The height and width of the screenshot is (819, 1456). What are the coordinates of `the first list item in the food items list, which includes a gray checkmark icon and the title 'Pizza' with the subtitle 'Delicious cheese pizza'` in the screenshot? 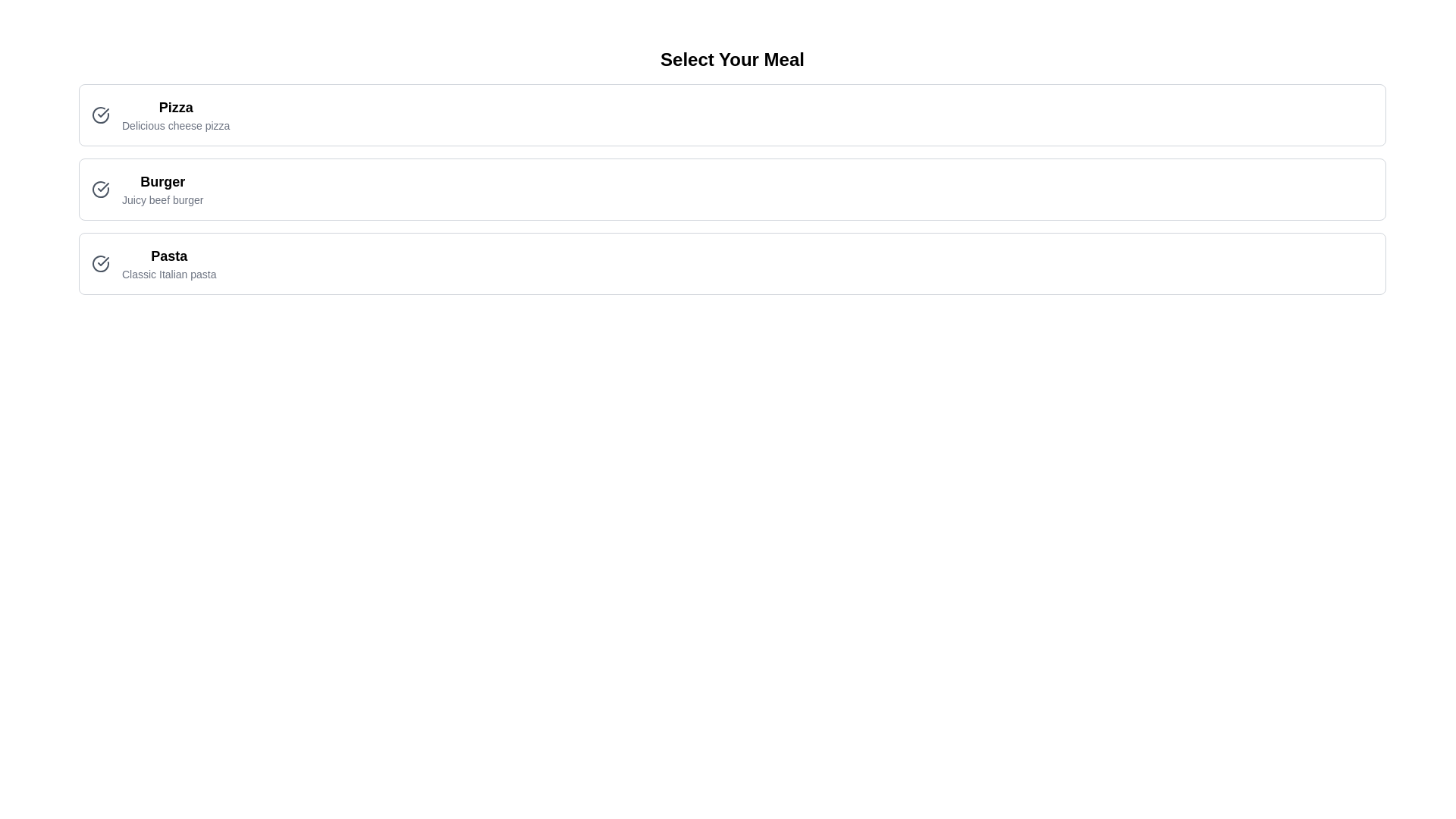 It's located at (161, 114).